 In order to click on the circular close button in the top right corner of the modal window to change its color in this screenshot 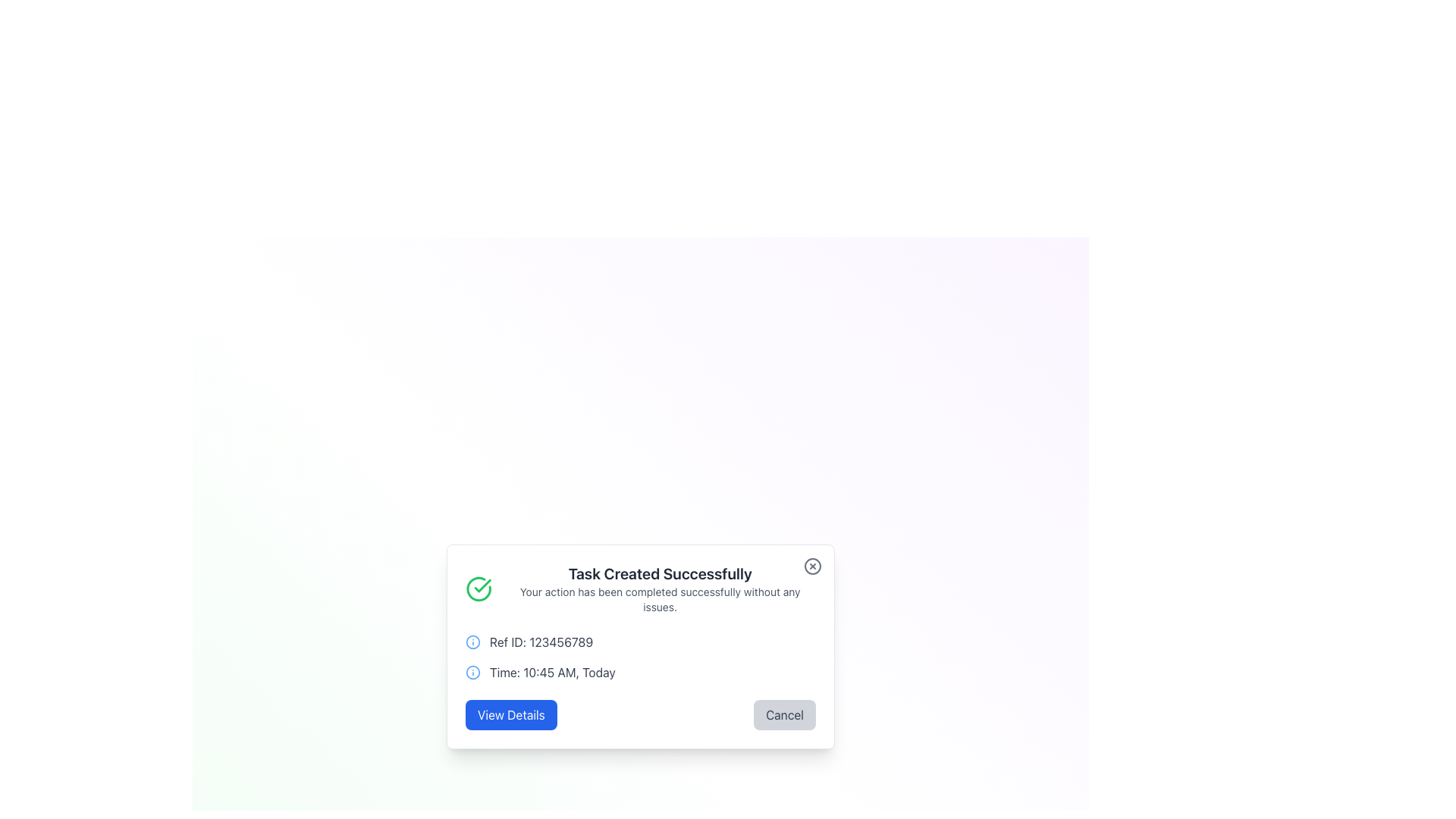, I will do `click(811, 566)`.